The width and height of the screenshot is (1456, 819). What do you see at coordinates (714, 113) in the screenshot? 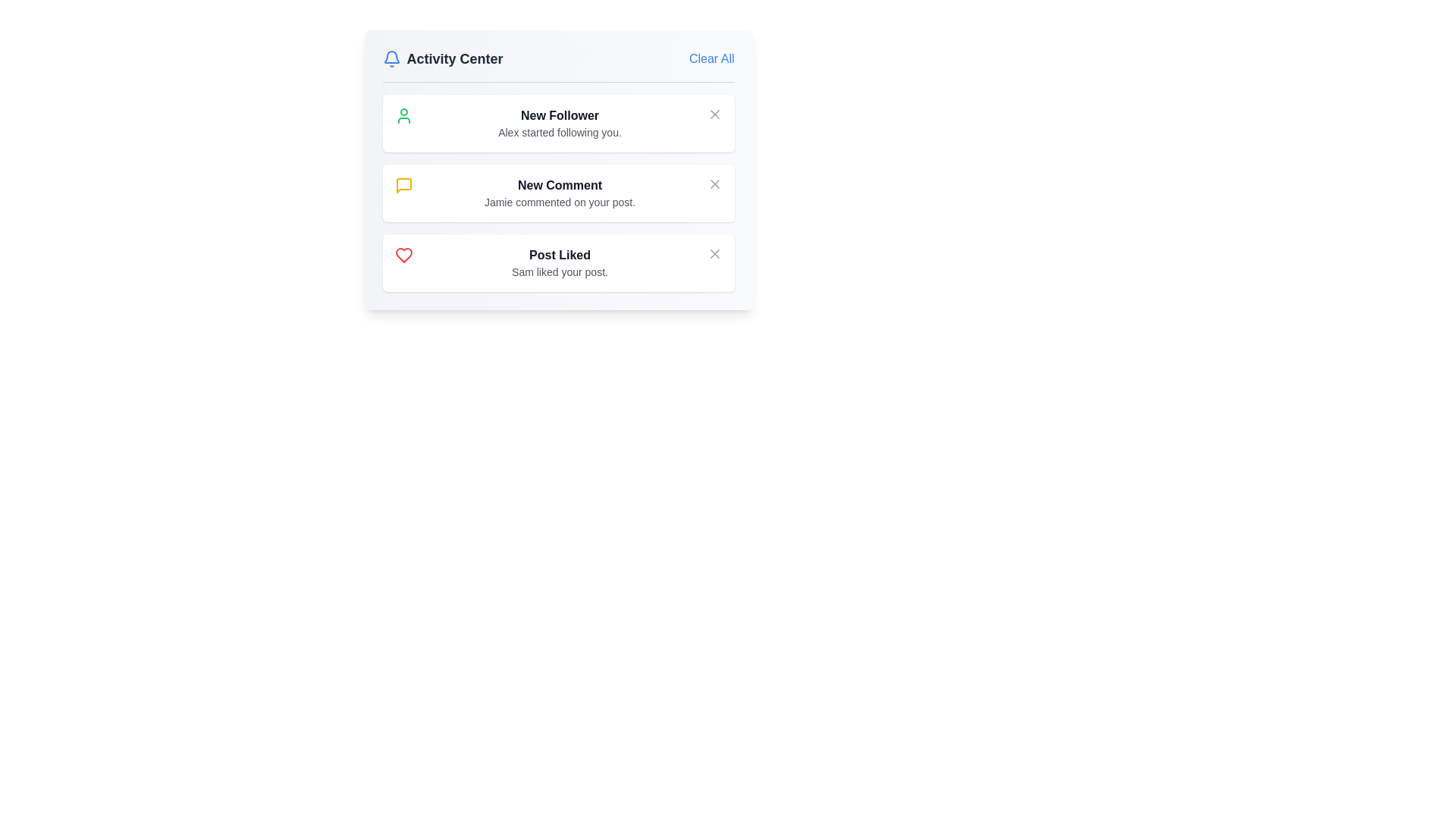
I see `the dismiss 'X' button located to the right of the text 'New Follower' and 'Alex started following you.'` at bounding box center [714, 113].